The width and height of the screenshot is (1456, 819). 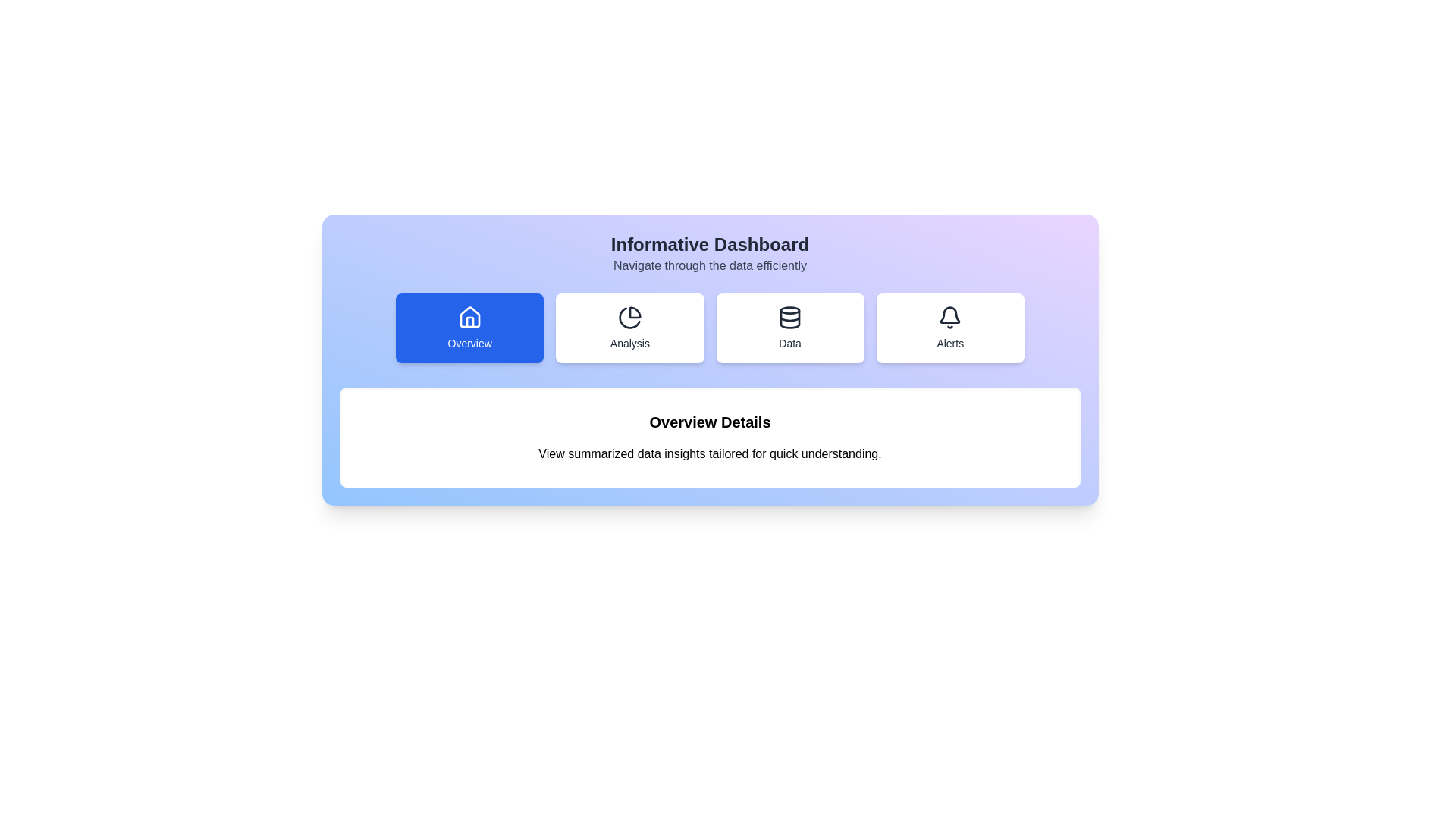 What do you see at coordinates (629, 317) in the screenshot?
I see `the Pie Chart Segment icon, which is part of the 'Analysis' button located between 'Overview' and 'Data'` at bounding box center [629, 317].